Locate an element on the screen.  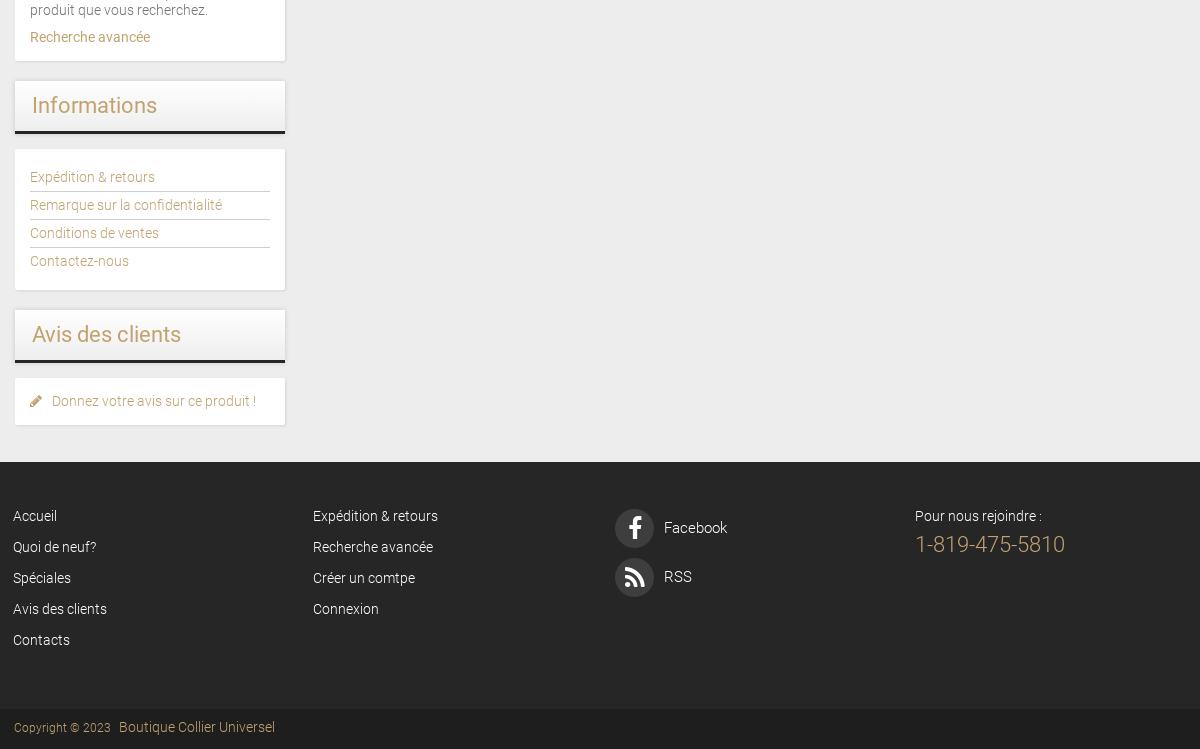
'Expédition & retours' is located at coordinates (92, 175).